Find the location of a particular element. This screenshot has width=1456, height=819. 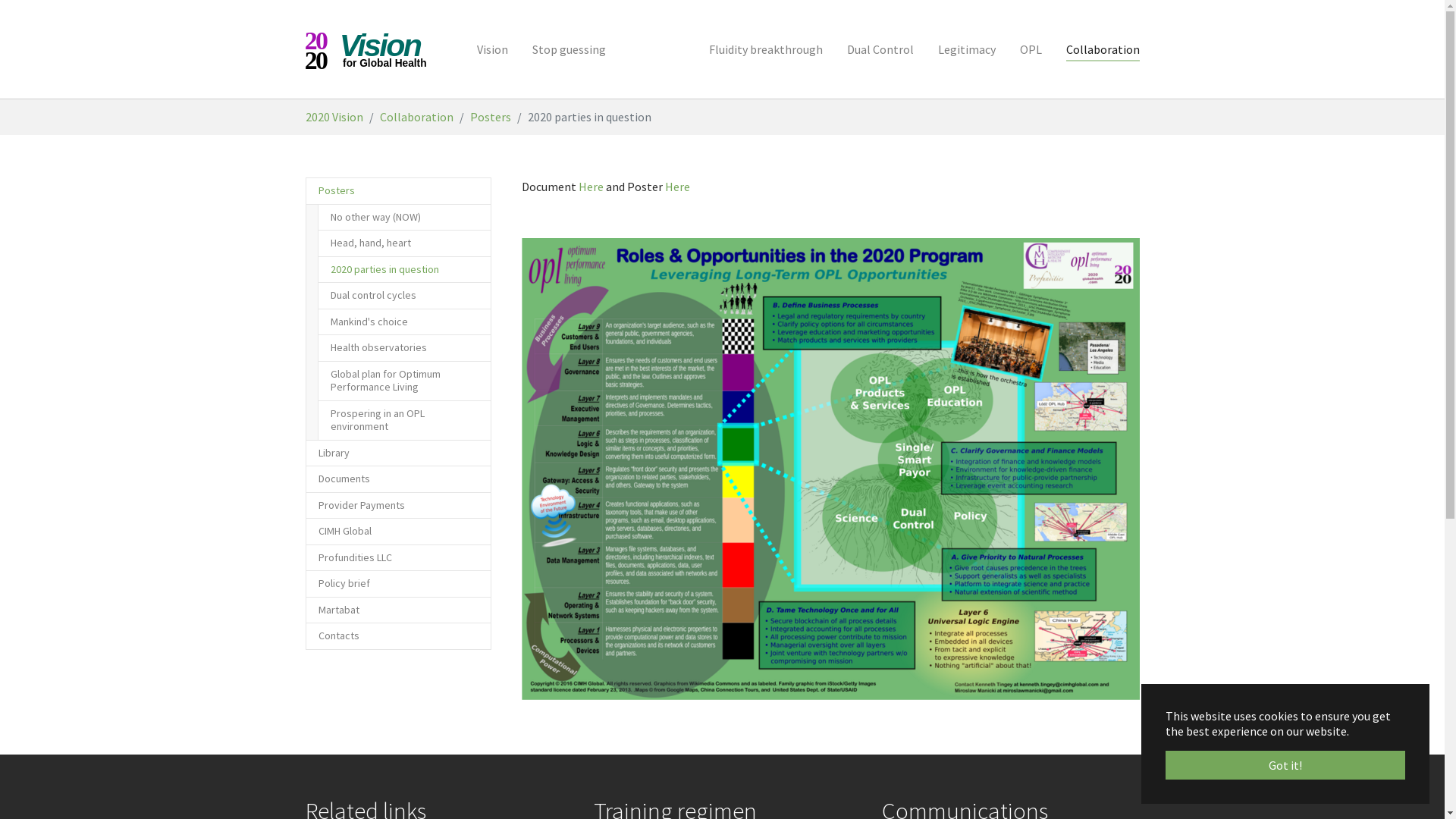

'Vision' is located at coordinates (492, 49).